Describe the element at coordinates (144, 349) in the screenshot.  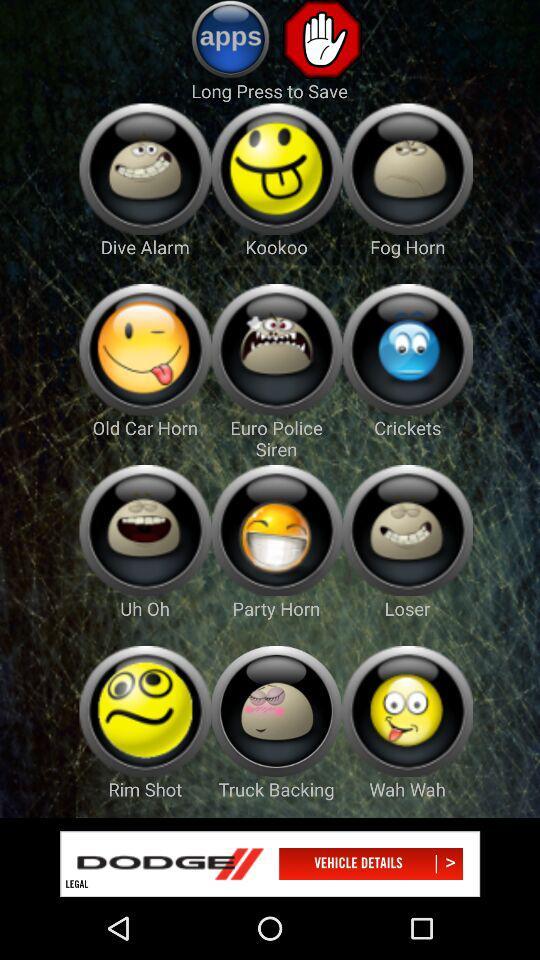
I see `old car horn button` at that location.